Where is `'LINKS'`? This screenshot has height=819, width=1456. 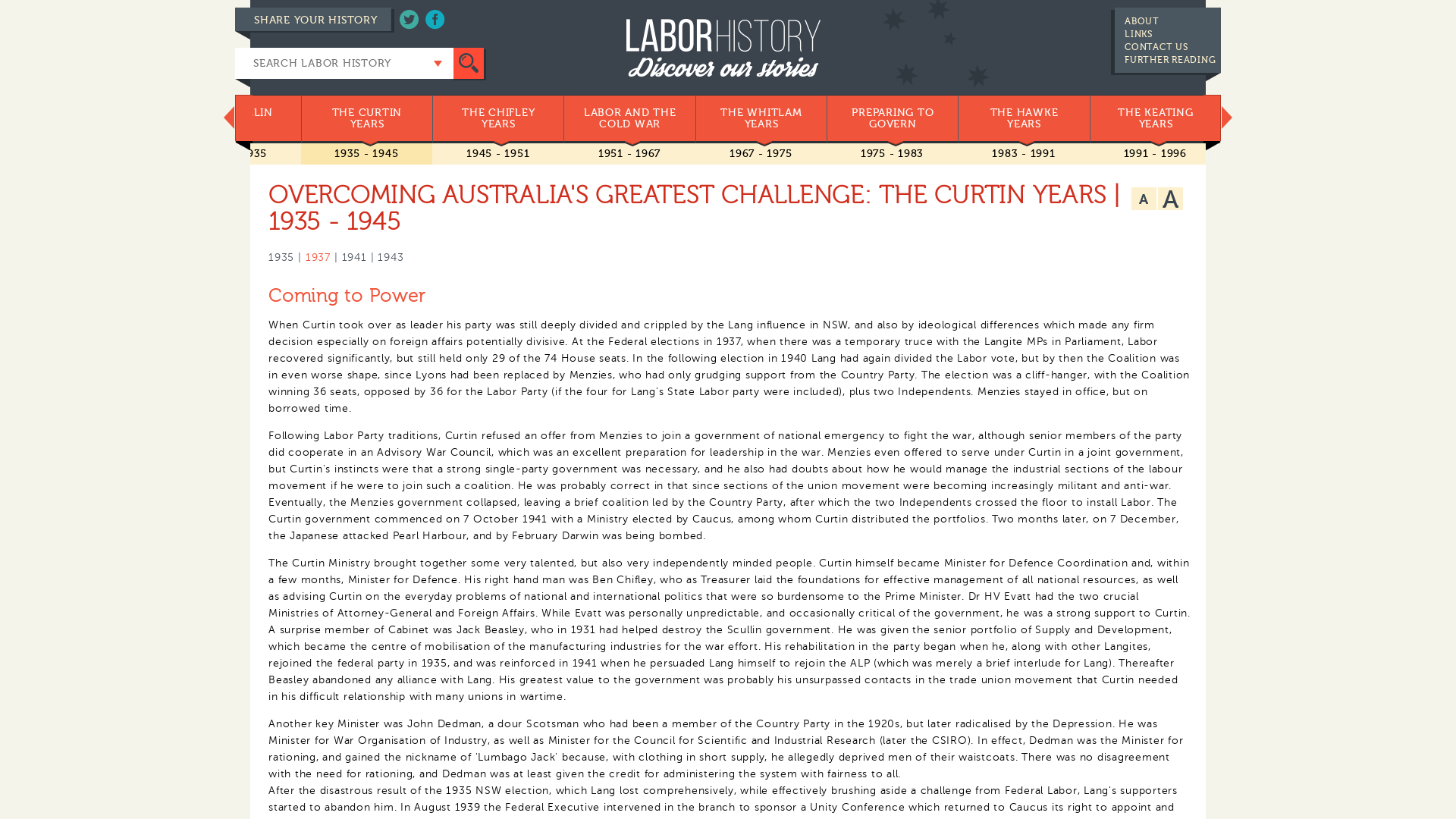
'LINKS' is located at coordinates (1138, 34).